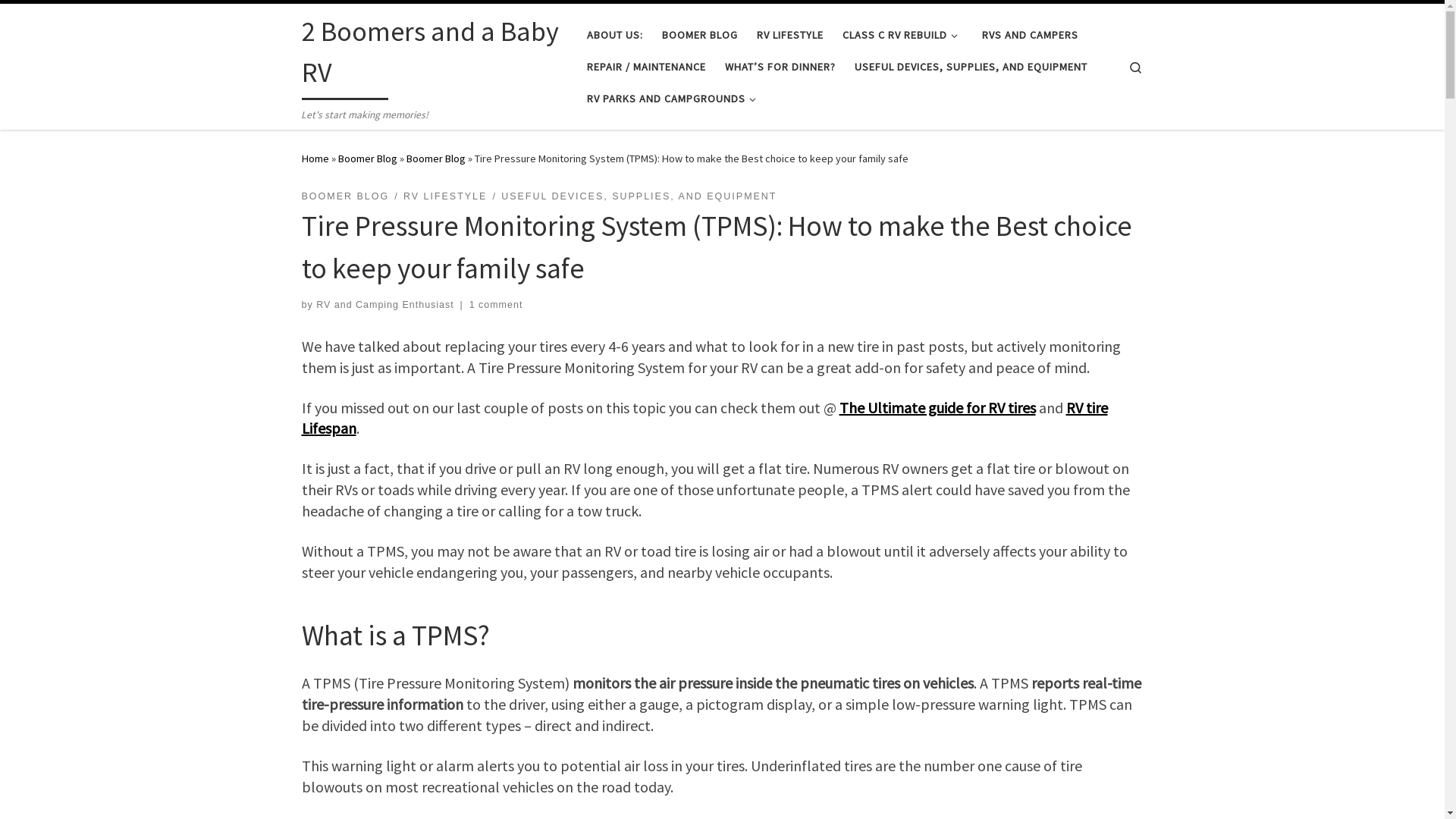 The image size is (1456, 819). I want to click on 'RV LIFESTYLE', so click(444, 196).